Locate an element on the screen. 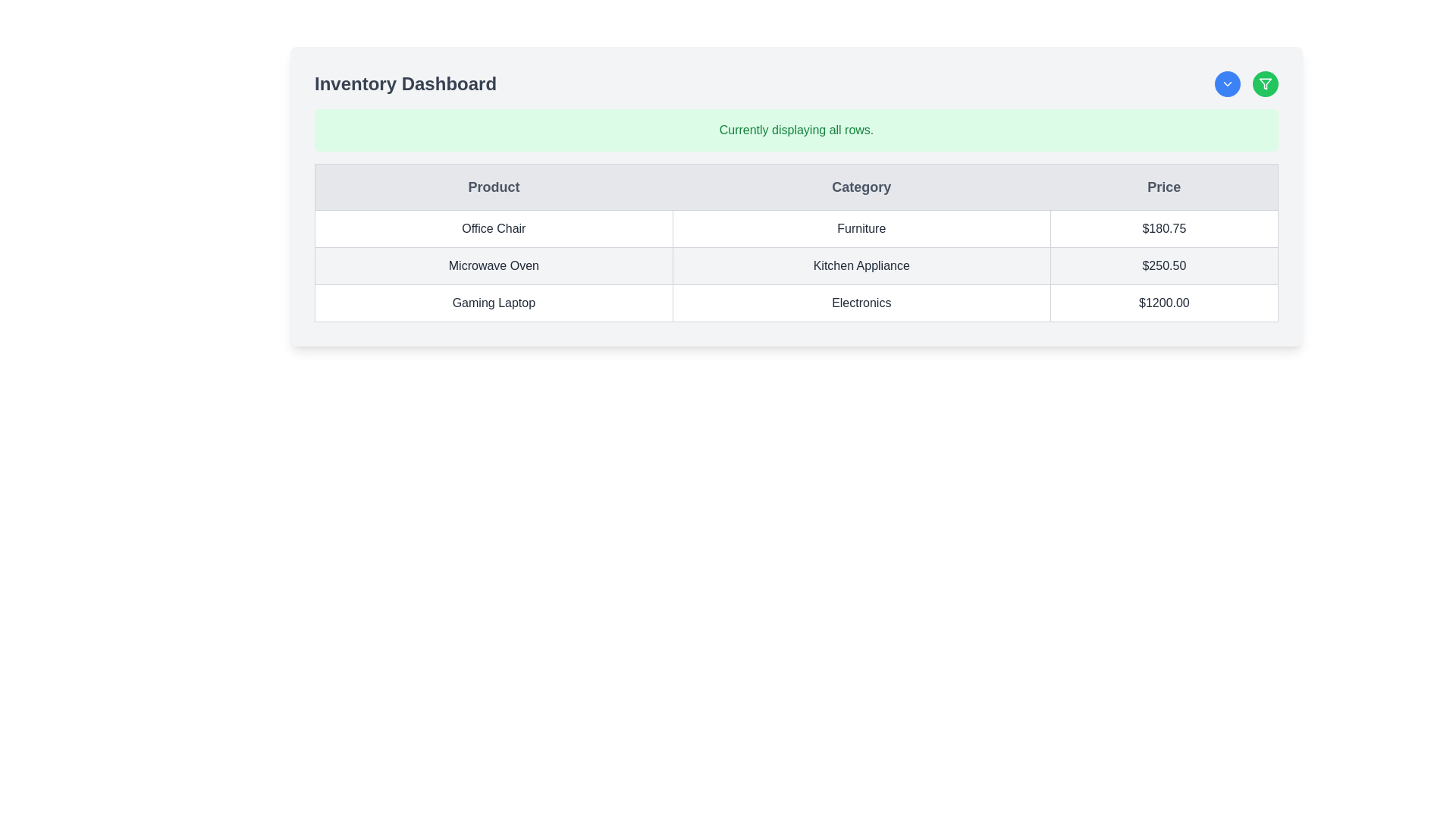  the circular green button with a white filter icon at its center is located at coordinates (1266, 84).